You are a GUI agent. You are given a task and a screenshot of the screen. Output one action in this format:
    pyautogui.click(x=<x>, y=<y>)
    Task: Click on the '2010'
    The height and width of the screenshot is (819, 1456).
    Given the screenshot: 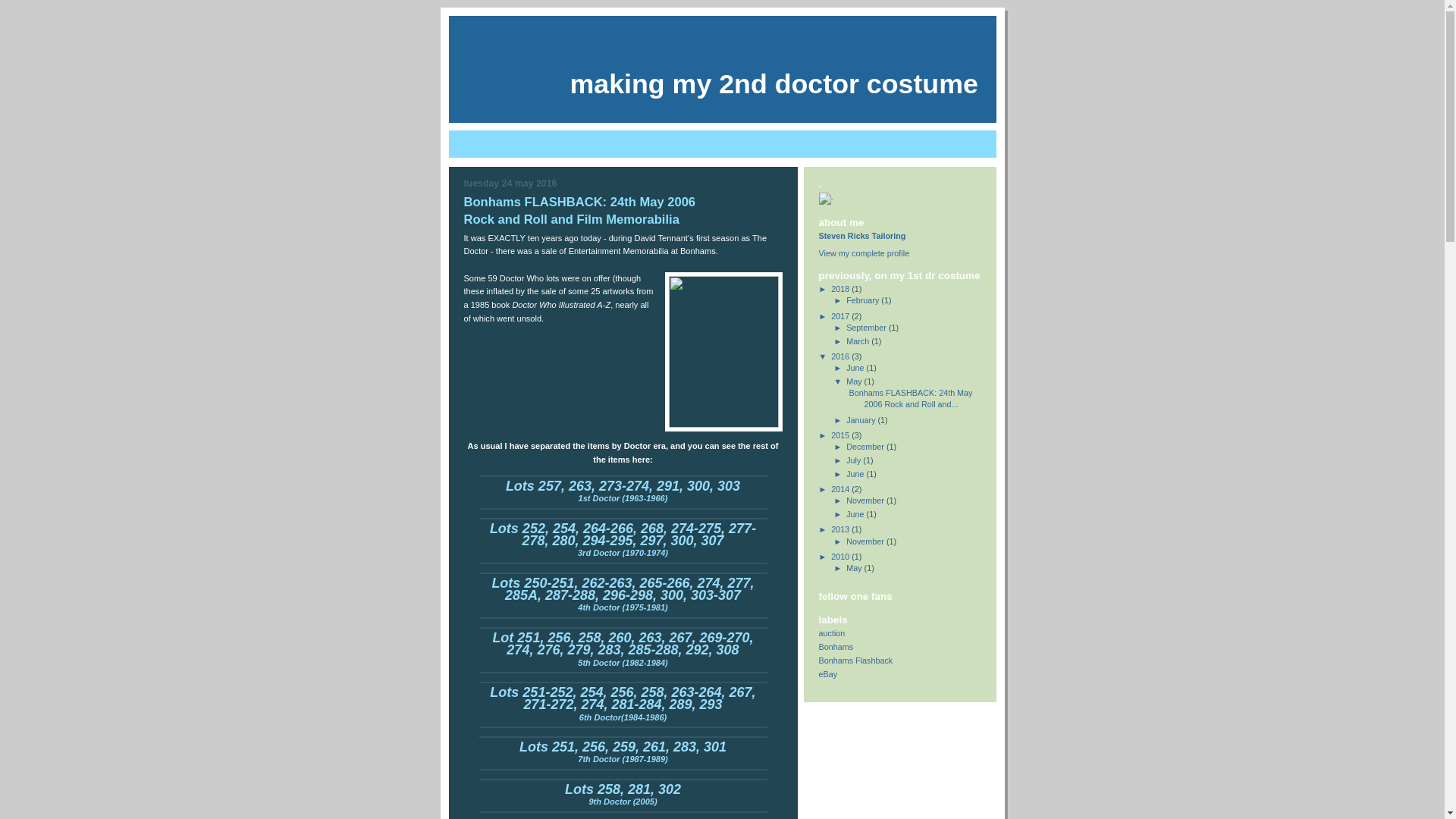 What is the action you would take?
    pyautogui.click(x=840, y=556)
    